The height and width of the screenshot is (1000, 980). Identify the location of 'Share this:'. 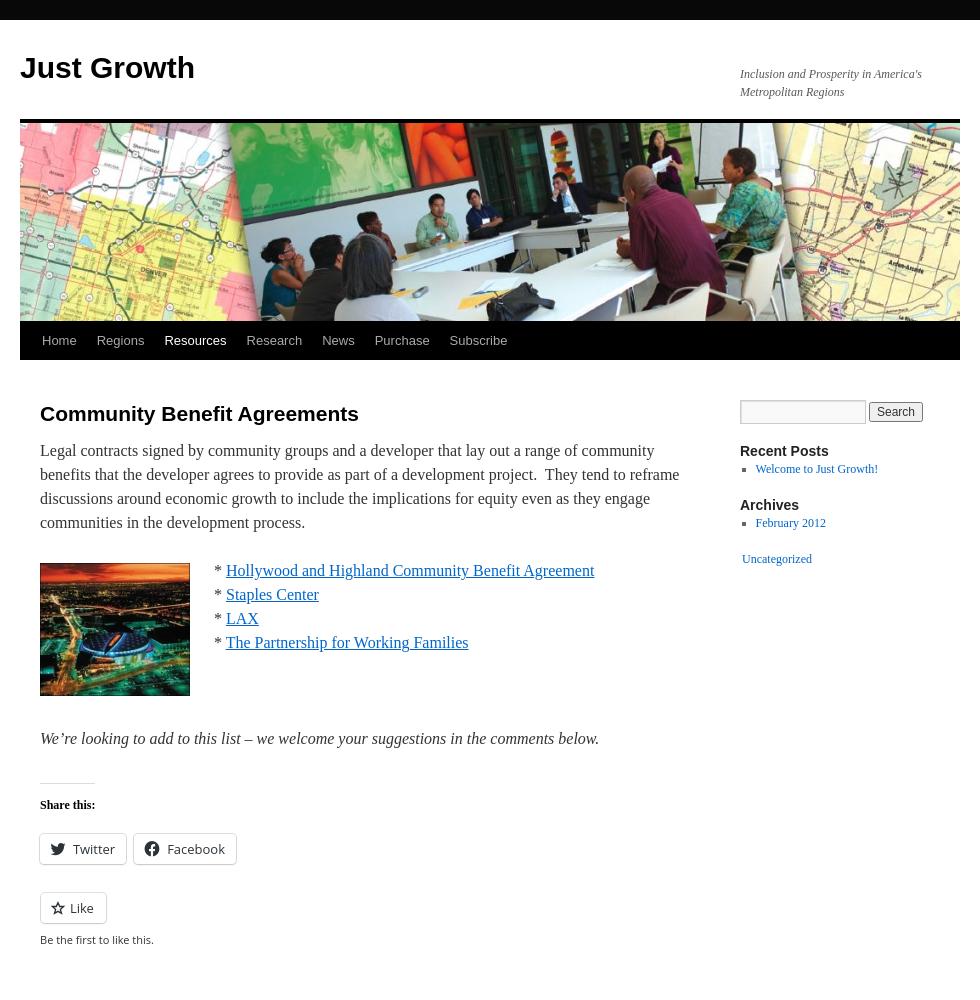
(67, 805).